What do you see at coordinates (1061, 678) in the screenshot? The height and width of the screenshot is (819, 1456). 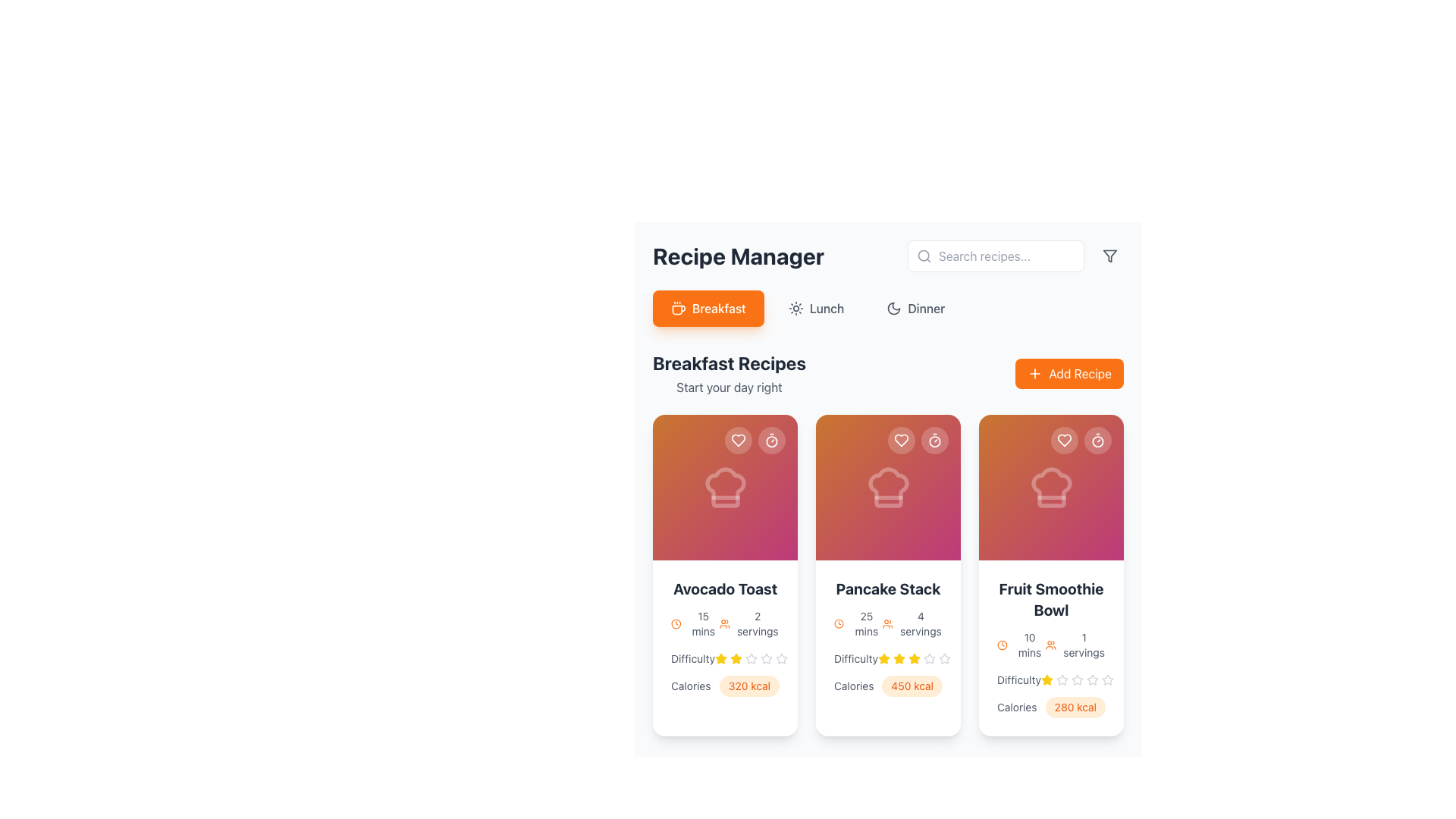 I see `the second star-shaped icon in the difficulty rating section of the 'Fruit Smoothie Bowl' recipe card to rate it` at bounding box center [1061, 678].